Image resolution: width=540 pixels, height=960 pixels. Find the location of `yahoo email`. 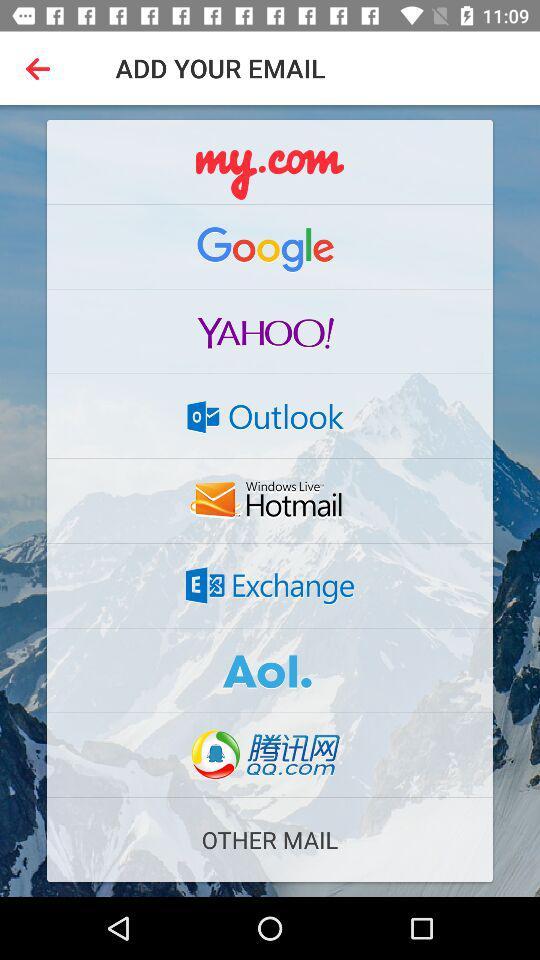

yahoo email is located at coordinates (270, 331).